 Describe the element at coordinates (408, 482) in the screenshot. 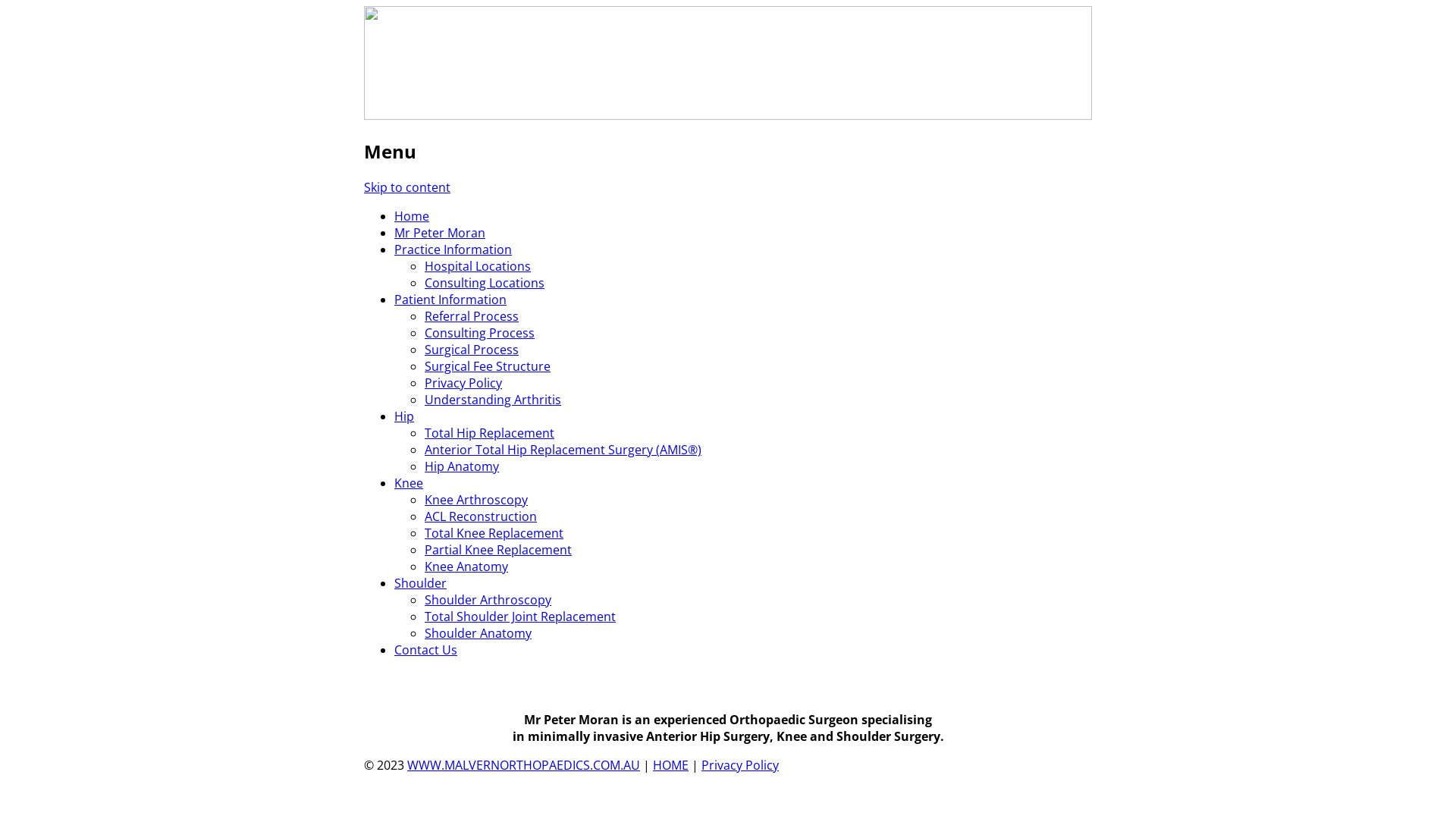

I see `'Knee'` at that location.